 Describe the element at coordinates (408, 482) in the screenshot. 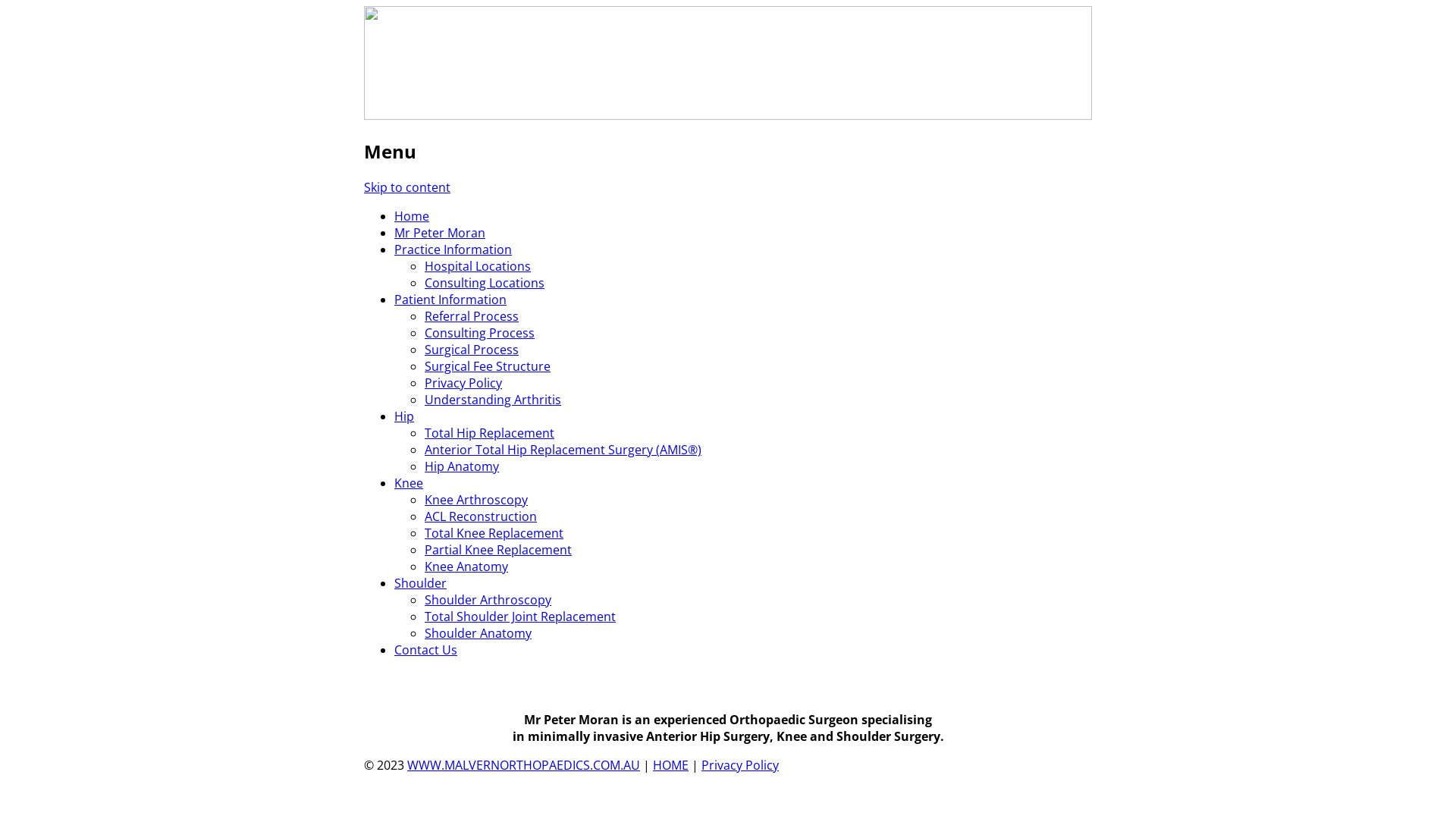

I see `'Knee'` at that location.